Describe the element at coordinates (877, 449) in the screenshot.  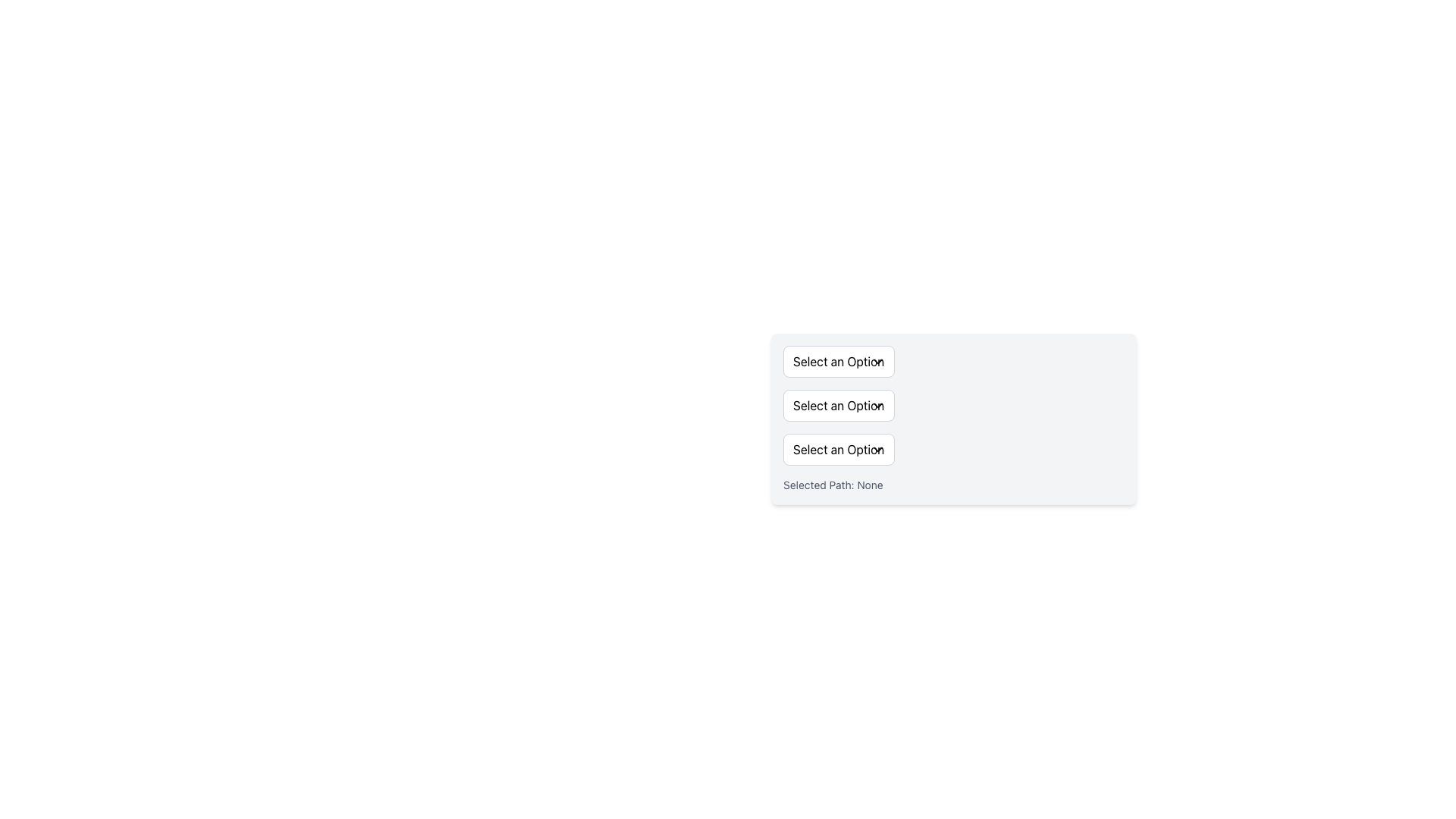
I see `the downward-pointing chevron SVG icon used as a dropdown indicator, which is positioned on the right side of the 'Select an Option' dropdown element` at that location.